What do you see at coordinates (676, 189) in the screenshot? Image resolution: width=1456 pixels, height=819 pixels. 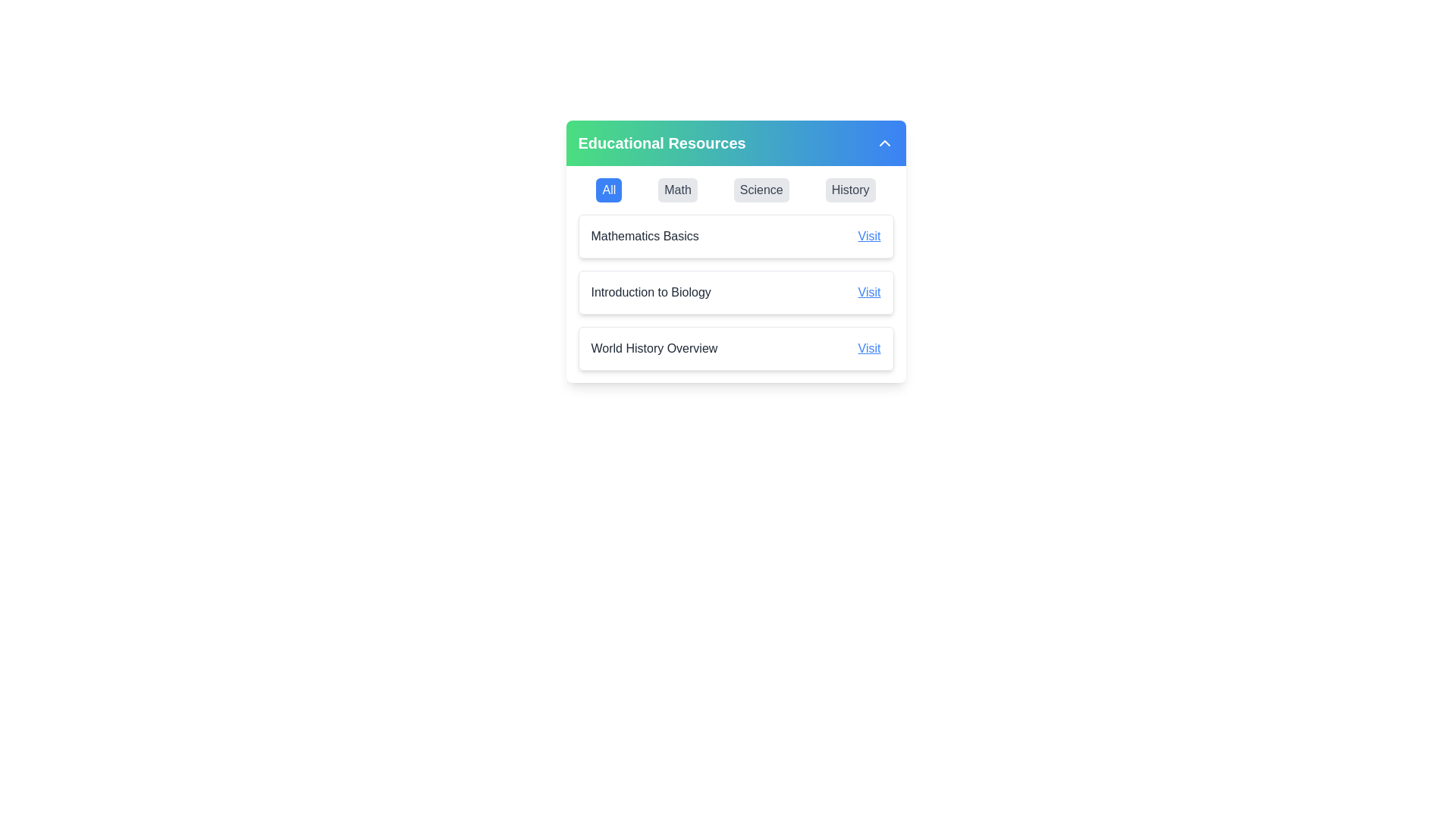 I see `the 'Math' category button, which is the second tab under 'Educational Resources', displaying gray text on a rounded-rectangle shape` at bounding box center [676, 189].